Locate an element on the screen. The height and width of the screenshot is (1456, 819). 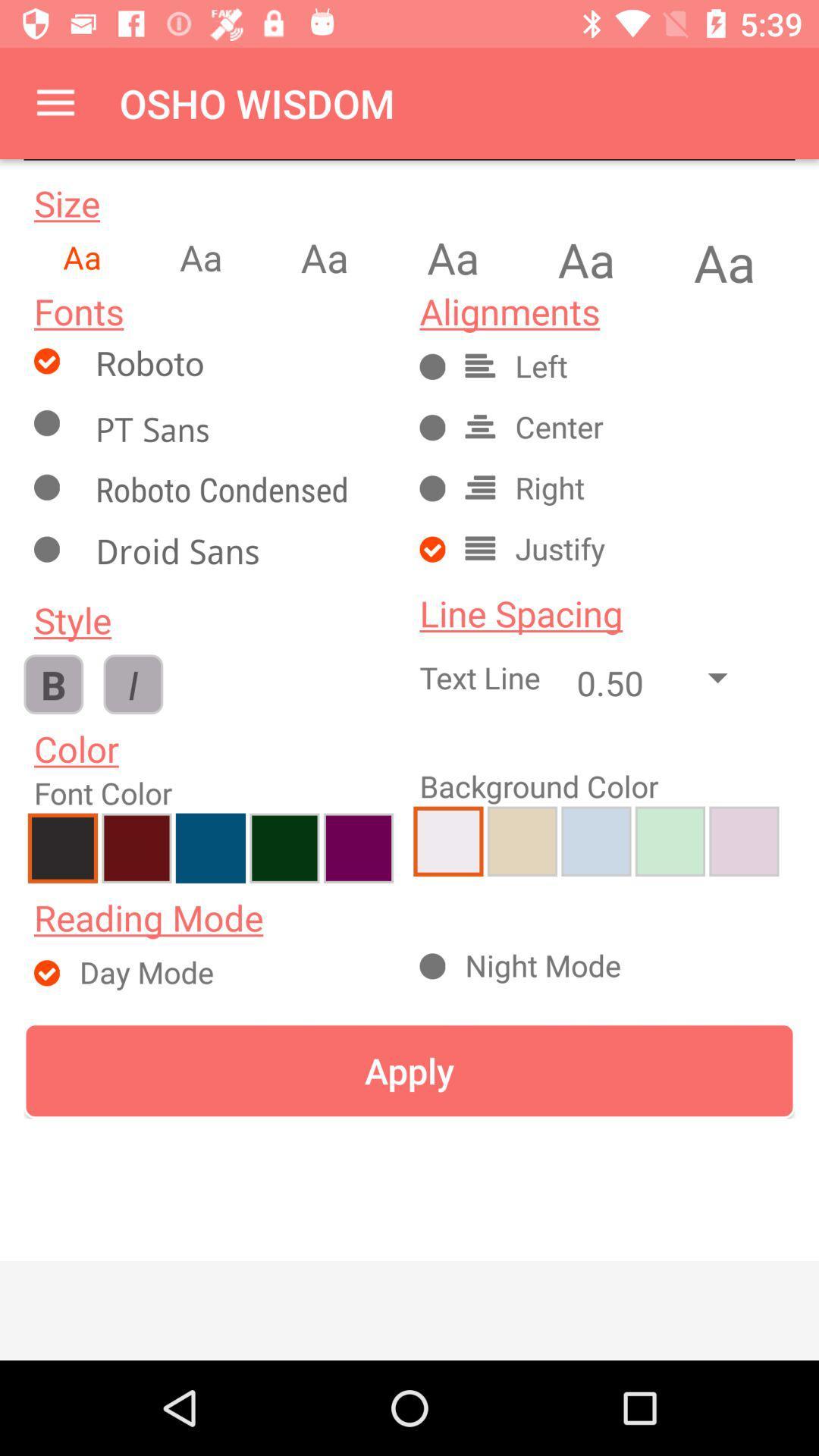
change background color to green is located at coordinates (669, 840).